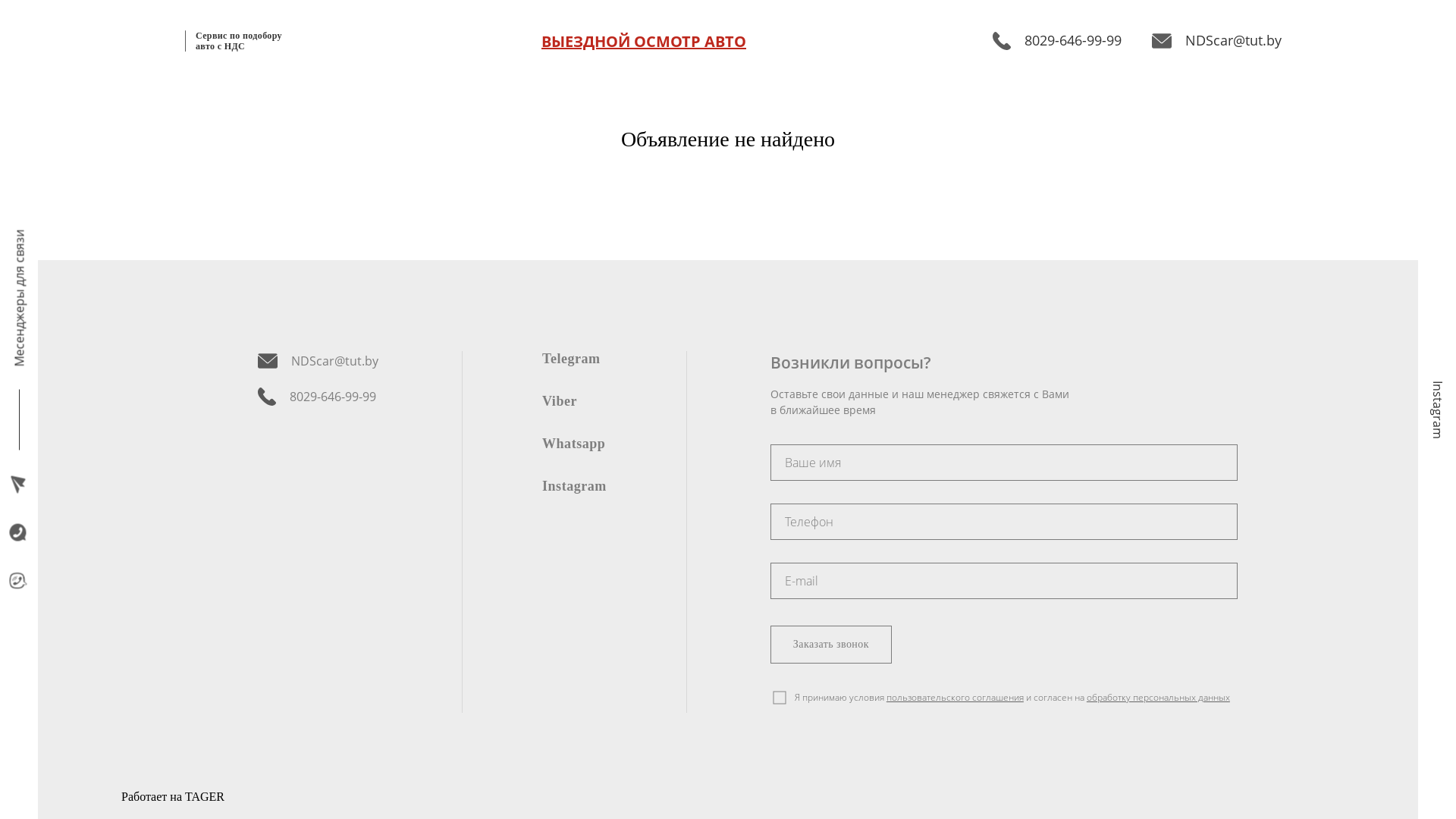 The height and width of the screenshot is (819, 1456). What do you see at coordinates (770, 580) in the screenshot?
I see `'ndsCar'` at bounding box center [770, 580].